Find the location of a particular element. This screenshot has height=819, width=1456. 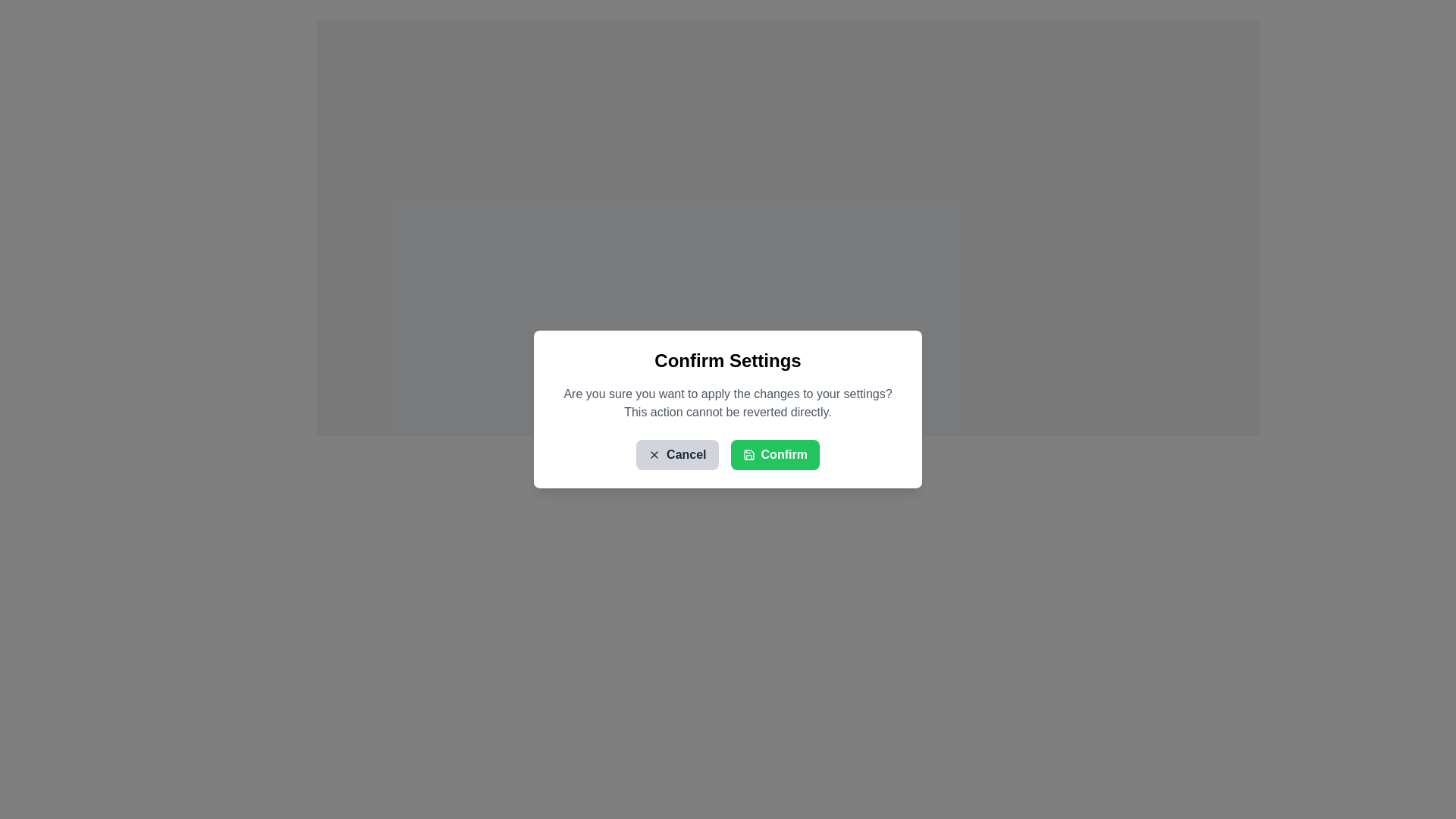

the settings icon located inside the 'Open Settings Panel' button, positioned to the left of the text and centered vertically within the button is located at coordinates (726, 430).